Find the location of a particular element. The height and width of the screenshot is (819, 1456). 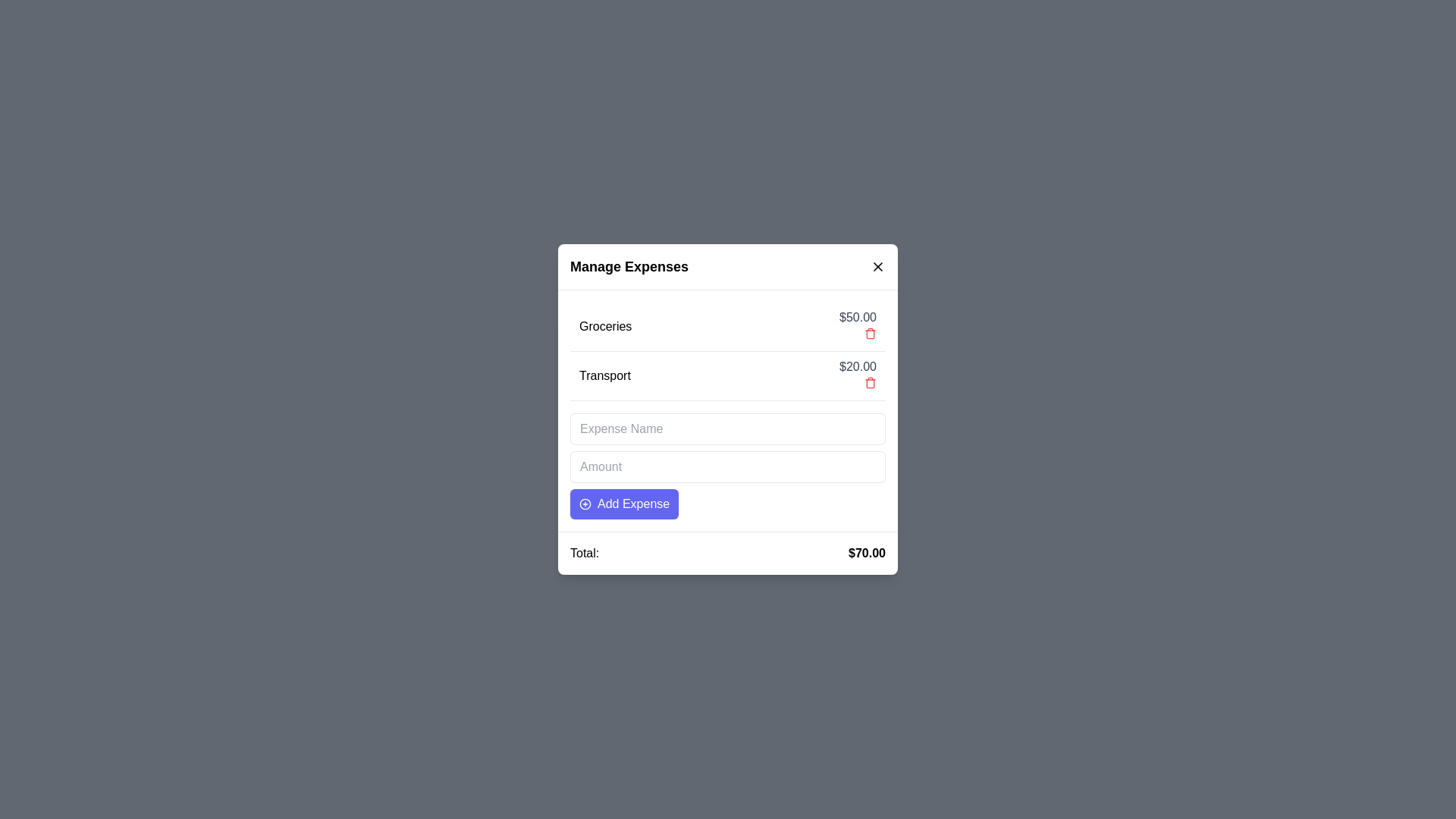

the rectangular button with a blue background and white text reading 'Add Expense' located in the 'Manage Expenses' modal is located at coordinates (624, 504).